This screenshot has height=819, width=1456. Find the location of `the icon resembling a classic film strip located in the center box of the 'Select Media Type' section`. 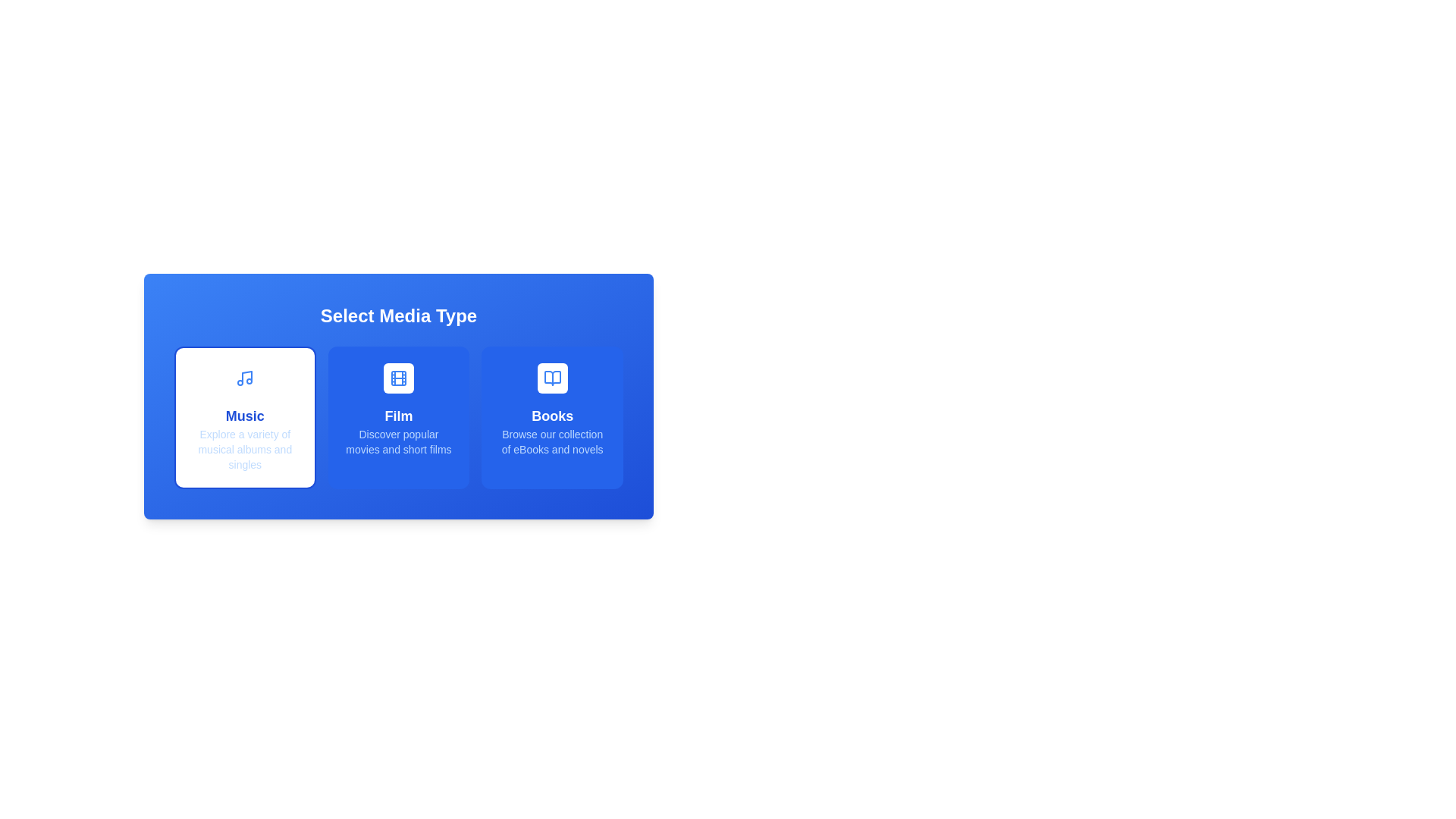

the icon resembling a classic film strip located in the center box of the 'Select Media Type' section is located at coordinates (398, 377).